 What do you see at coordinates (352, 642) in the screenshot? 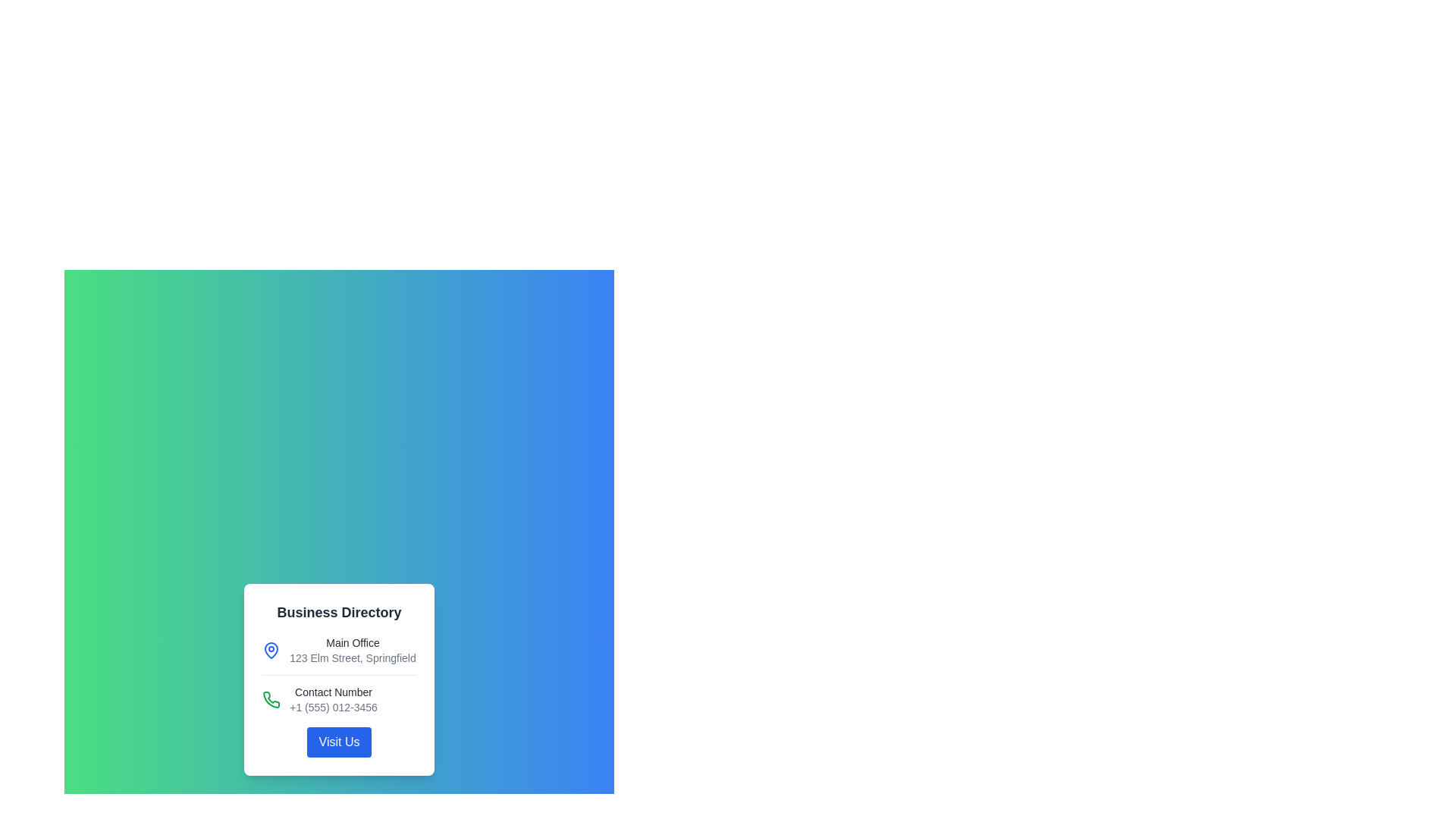
I see `the Static Text indicating the name of a location or office designation in the 'Business Directory' section, which is positioned centrally near the bottom of the dialog box` at bounding box center [352, 642].